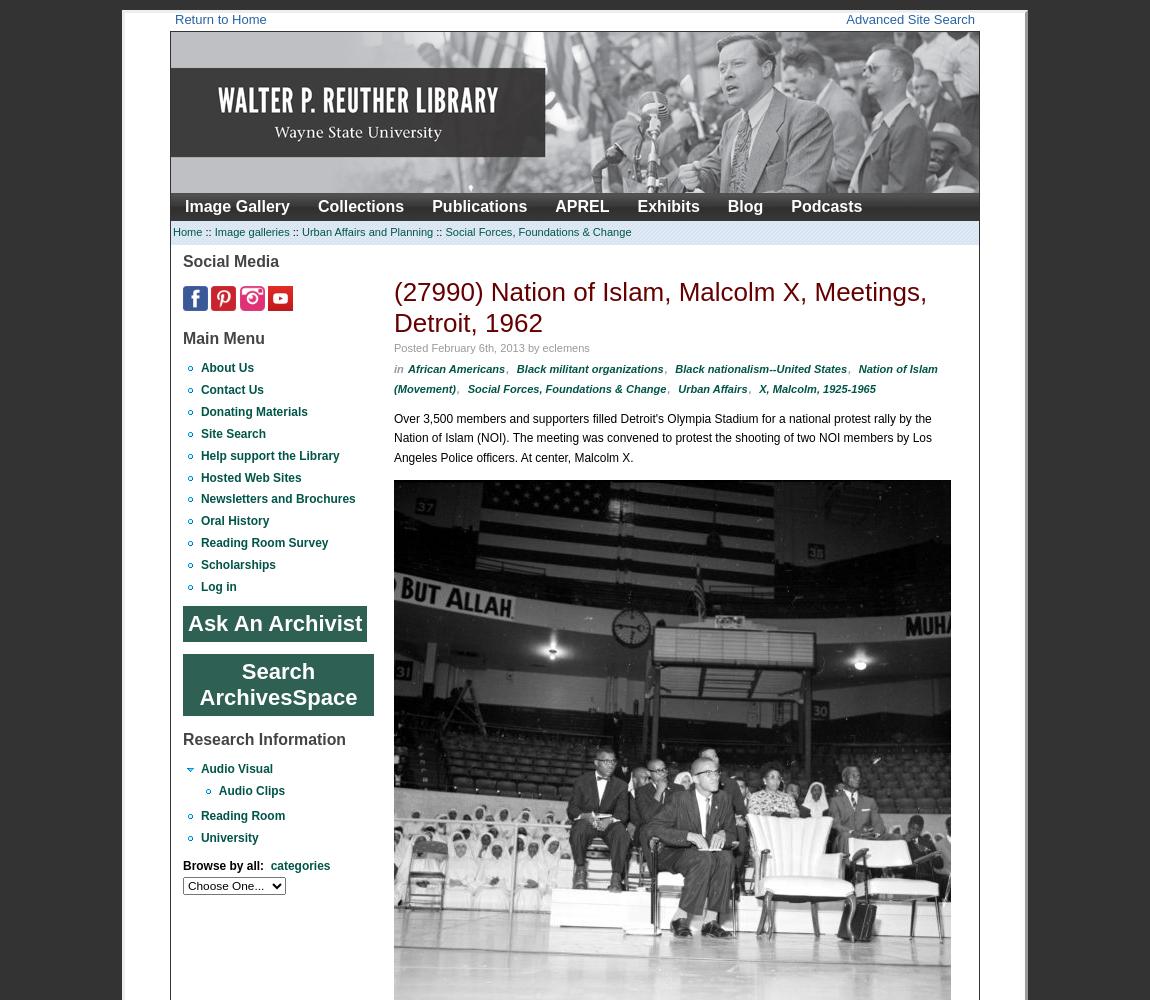 Image resolution: width=1150 pixels, height=1000 pixels. What do you see at coordinates (276, 498) in the screenshot?
I see `'Newsletters and Brochures'` at bounding box center [276, 498].